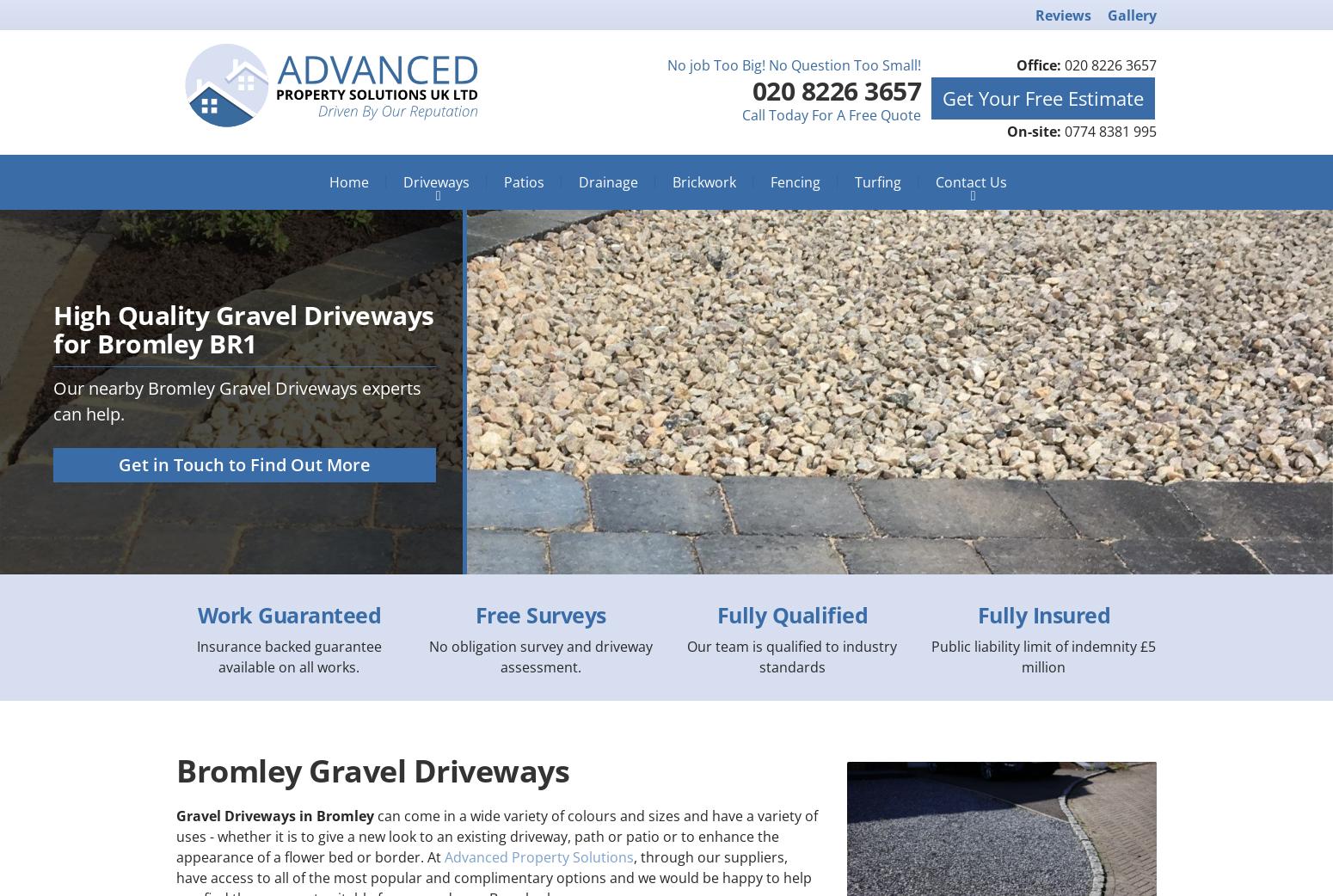 This screenshot has height=896, width=1333. I want to click on 'Our team is qualified to industry standards', so click(792, 655).